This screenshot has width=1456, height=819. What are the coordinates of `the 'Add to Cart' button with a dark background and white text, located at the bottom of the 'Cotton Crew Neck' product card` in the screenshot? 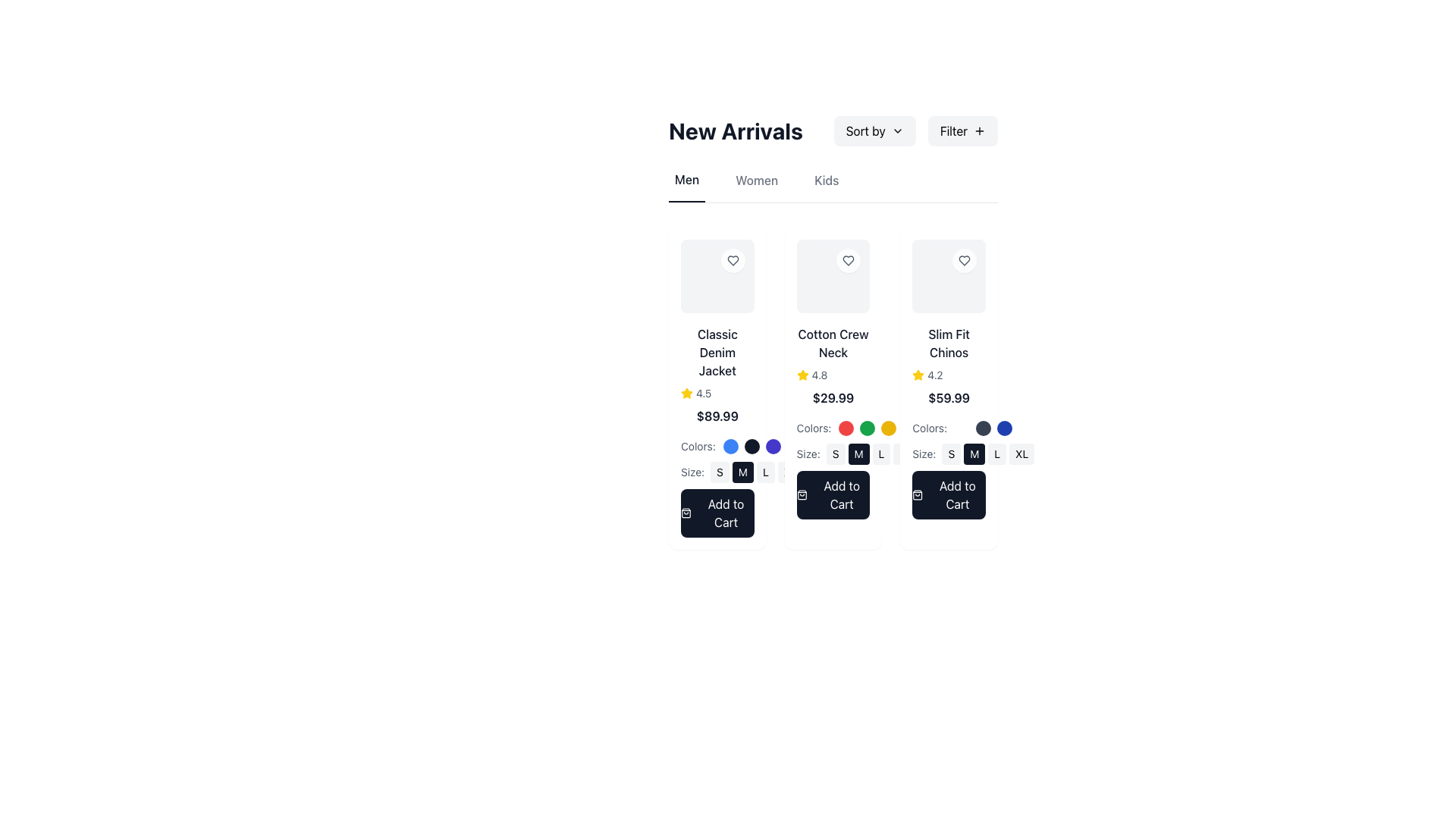 It's located at (833, 494).